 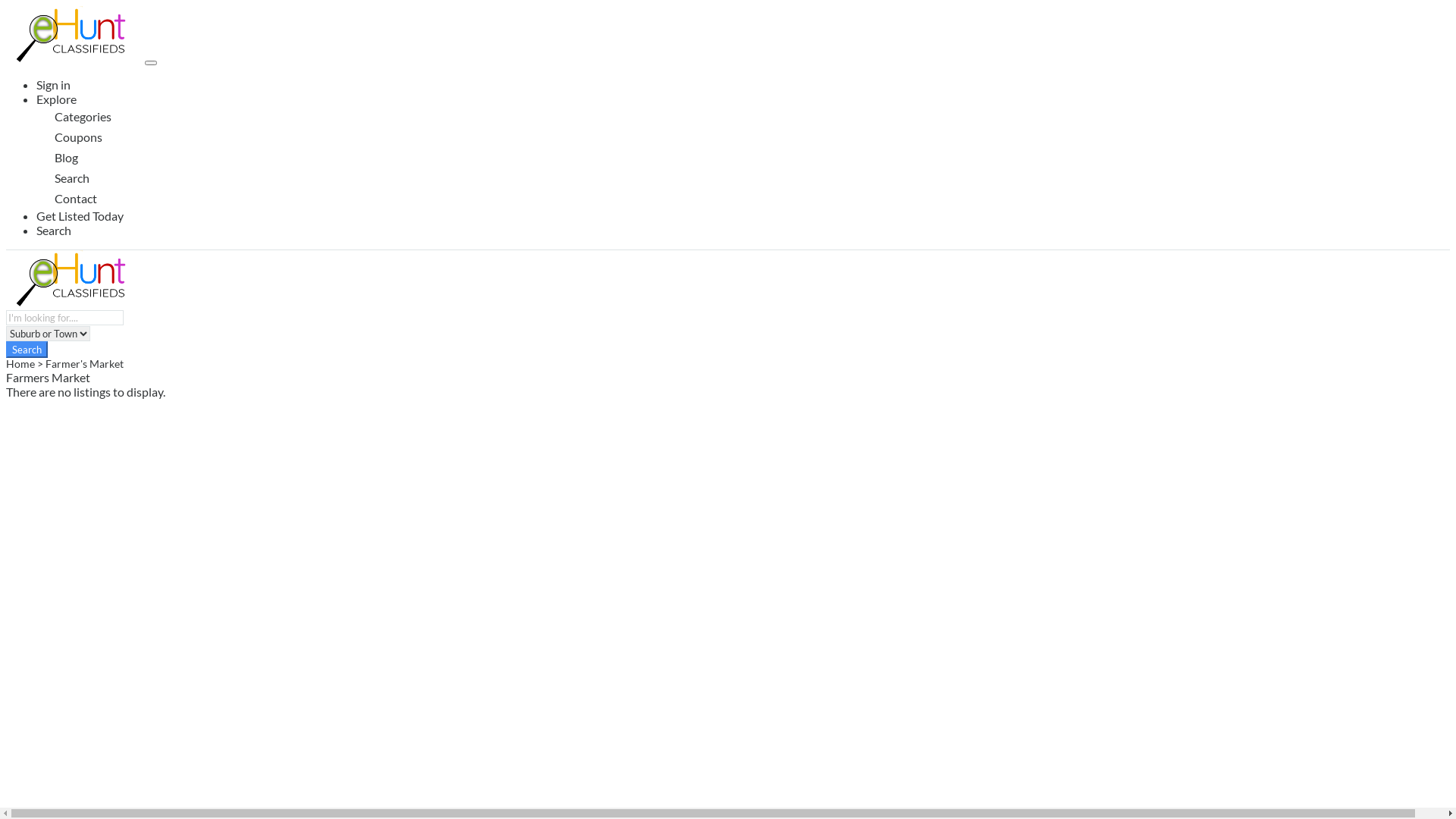 I want to click on 'Explore', so click(x=36, y=99).